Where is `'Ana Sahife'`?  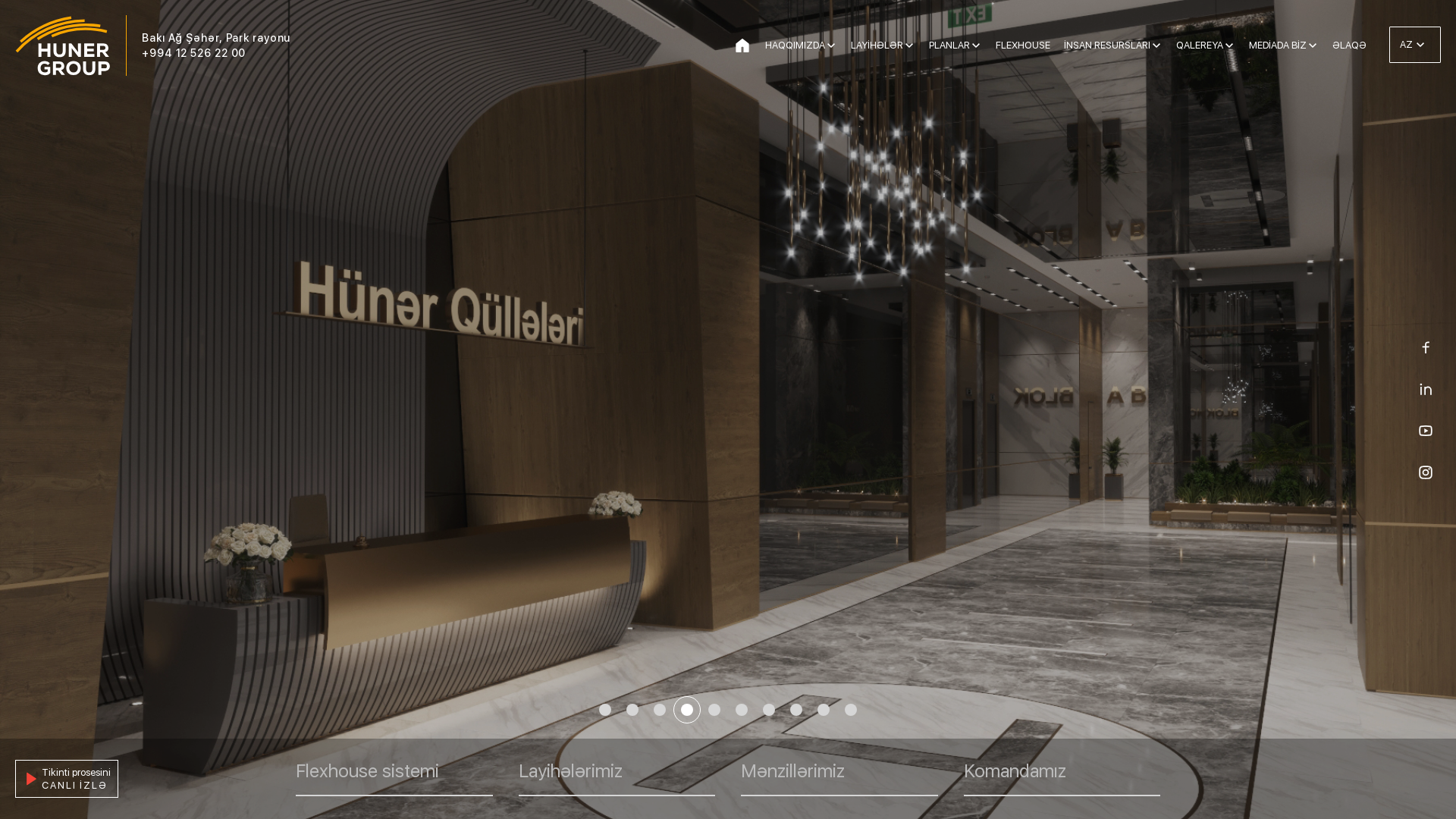
'Ana Sahife' is located at coordinates (733, 45).